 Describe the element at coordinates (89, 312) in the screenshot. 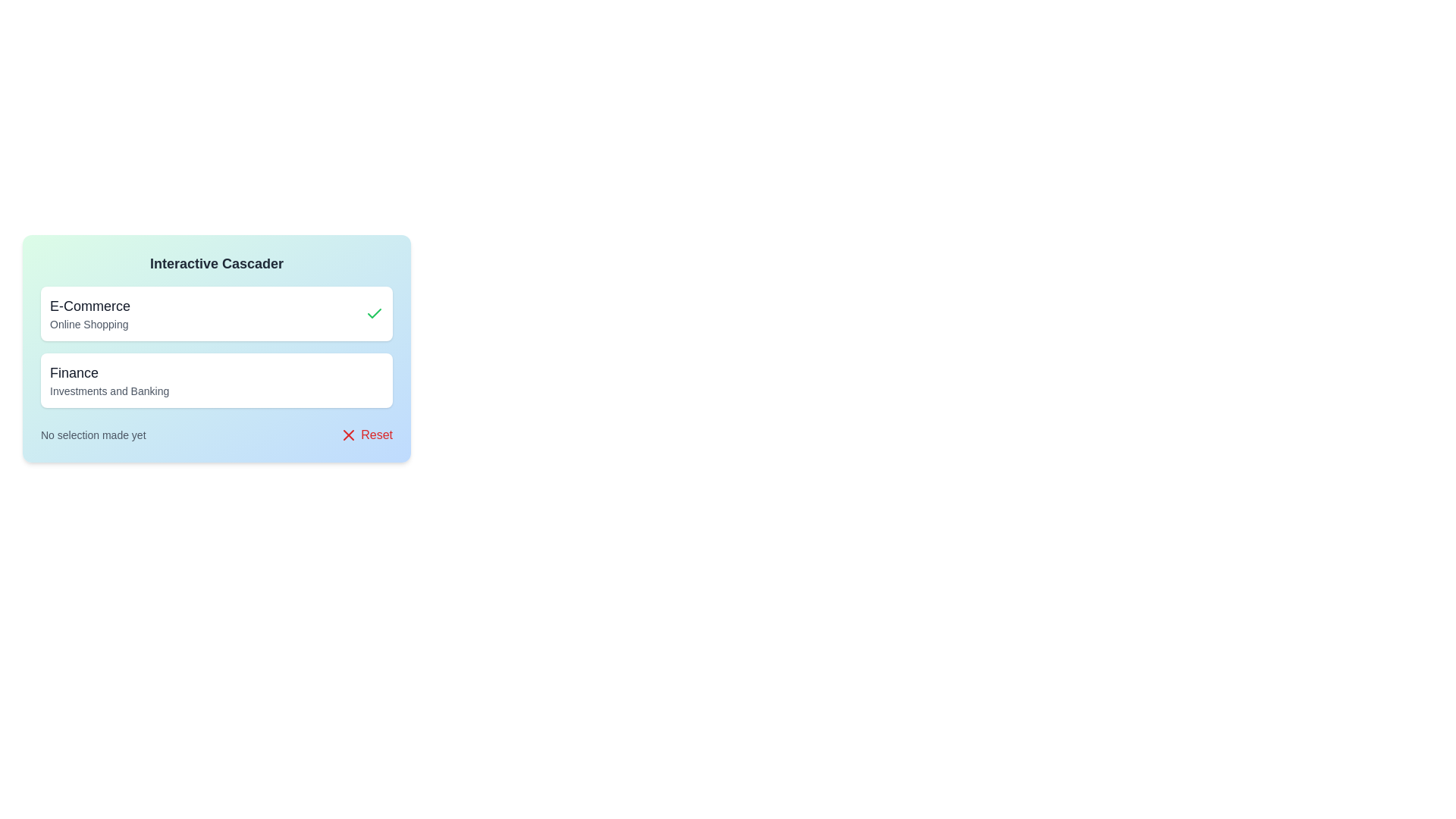

I see `the text-based interactive list item representing 'E-Commerce' and 'Online Shopping' in the 'Interactive Cascader' section` at that location.